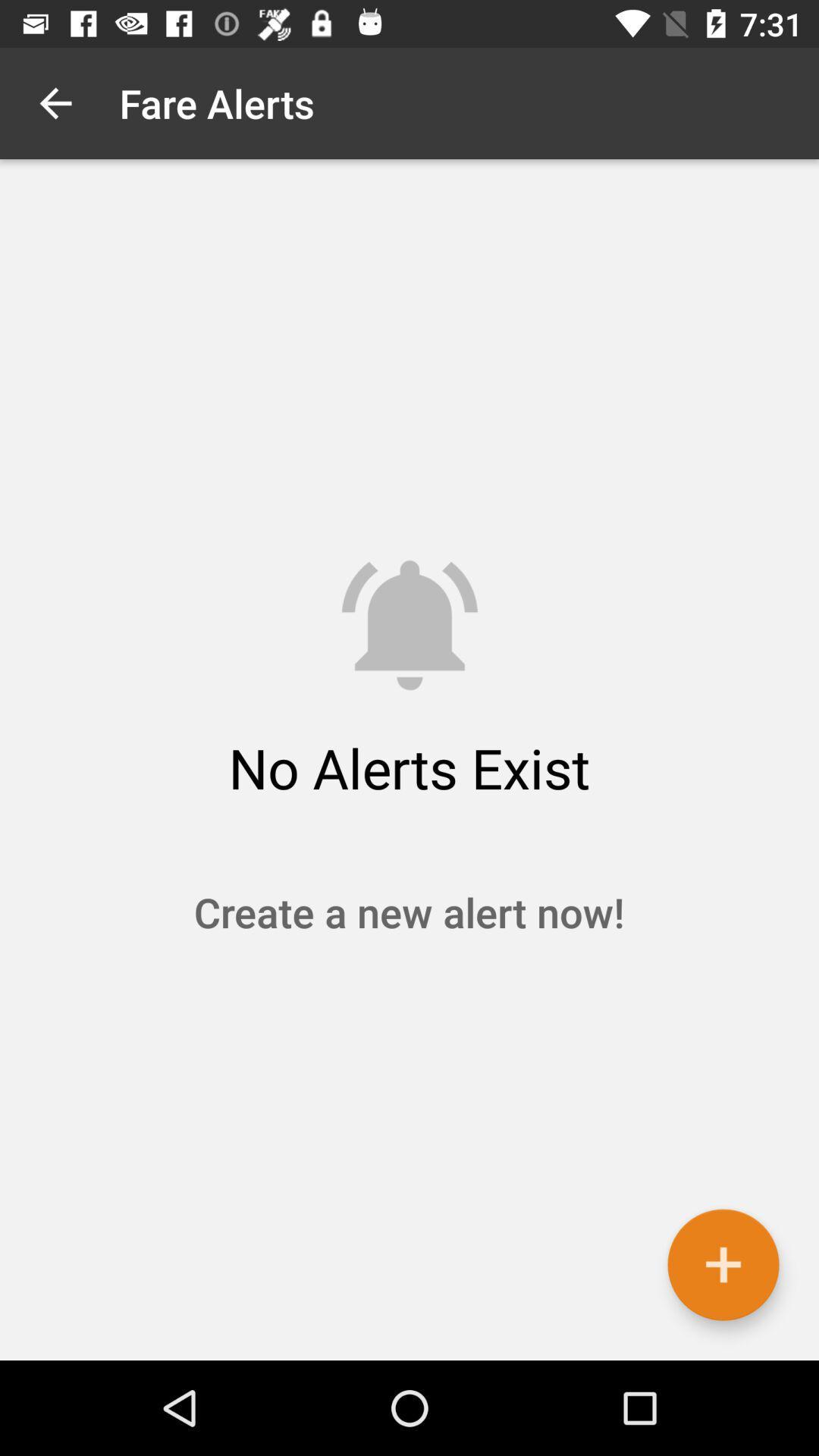 Image resolution: width=819 pixels, height=1456 pixels. What do you see at coordinates (722, 1265) in the screenshot?
I see `the item at the bottom right corner` at bounding box center [722, 1265].